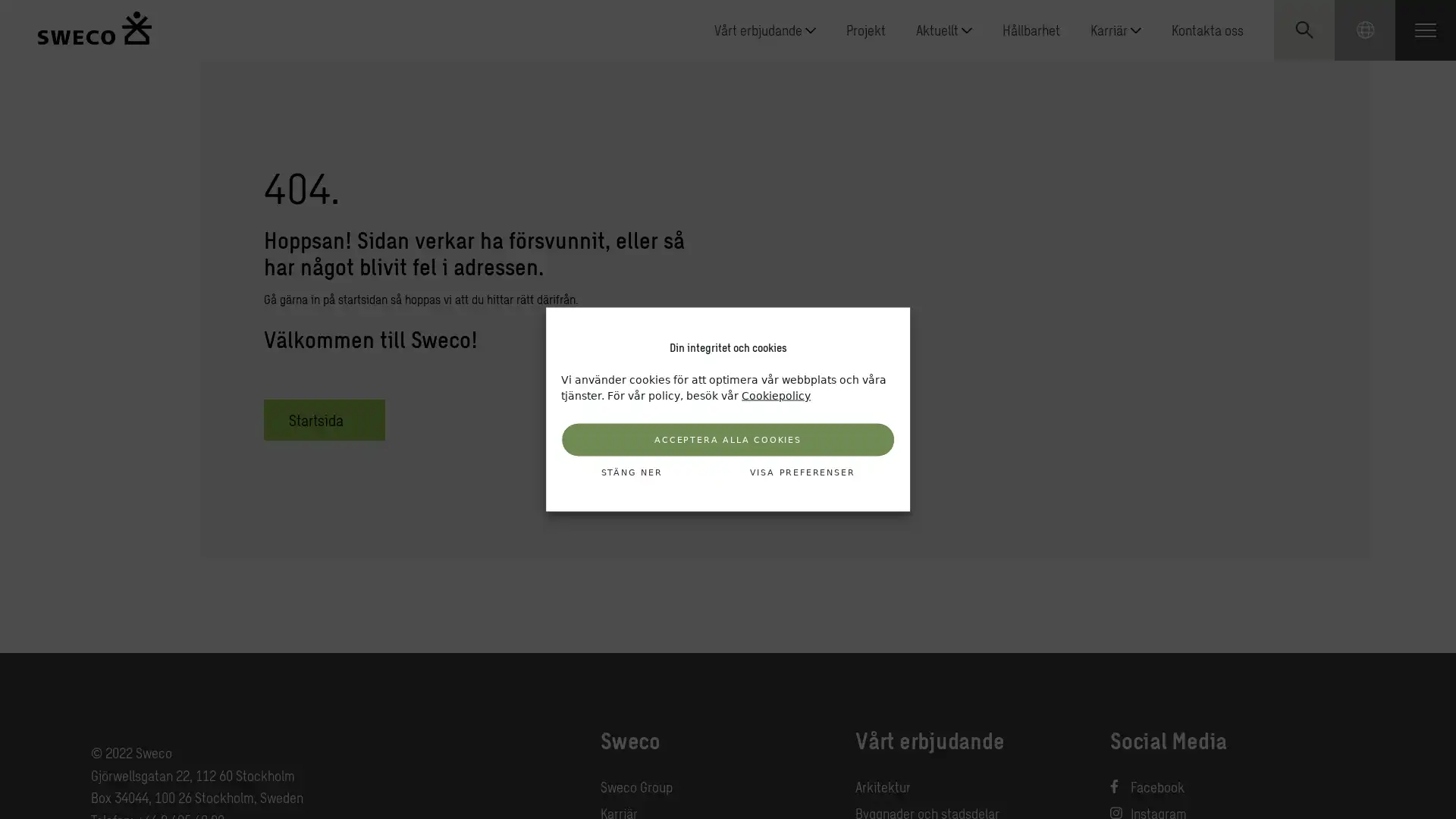 The image size is (1456, 819). I want to click on ACCEPTERA ALLA COOKIES, so click(726, 439).